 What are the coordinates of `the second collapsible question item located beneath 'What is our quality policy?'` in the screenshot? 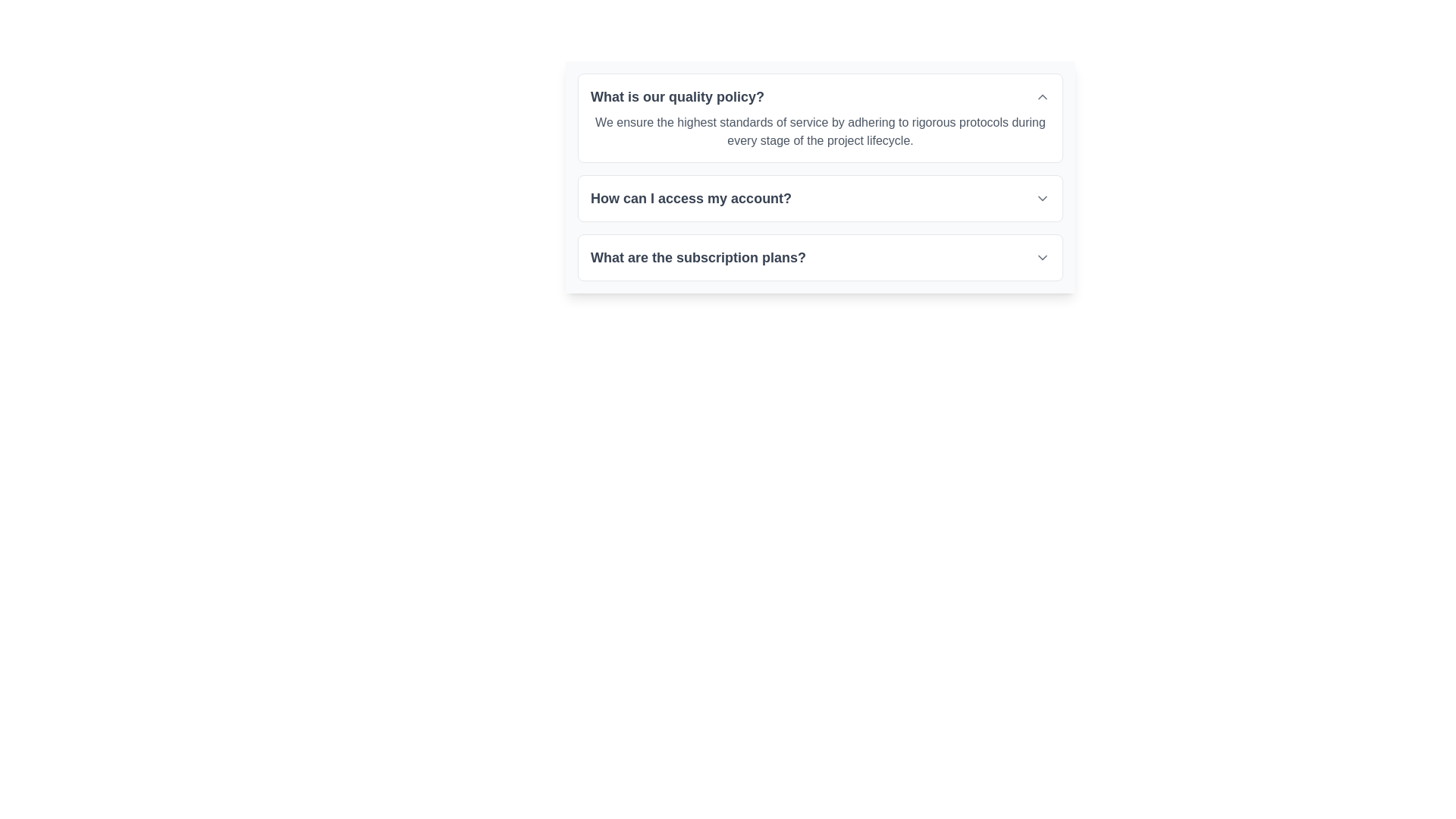 It's located at (819, 198).